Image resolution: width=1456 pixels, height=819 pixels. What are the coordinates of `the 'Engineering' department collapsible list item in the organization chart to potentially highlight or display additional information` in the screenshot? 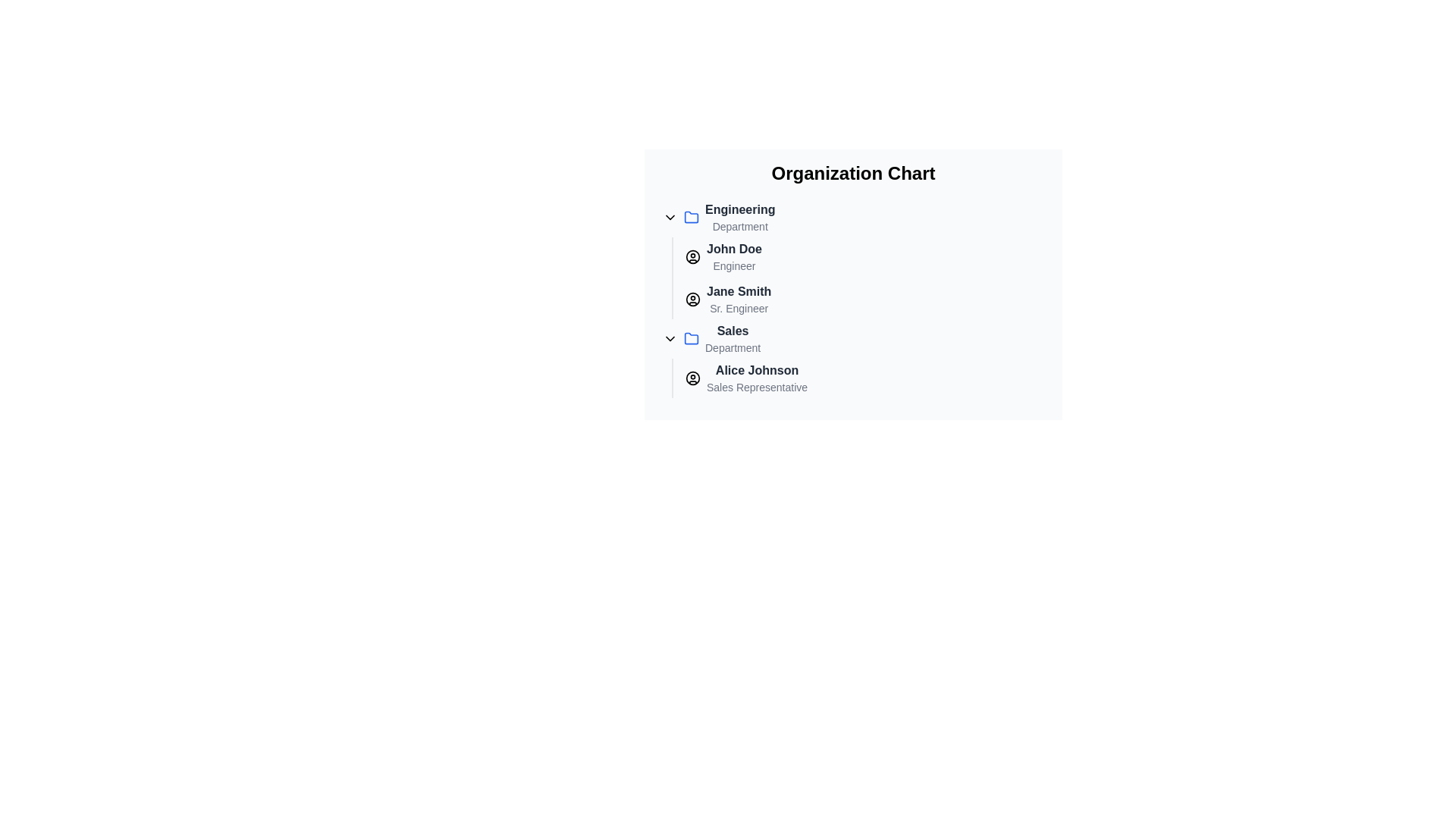 It's located at (853, 217).